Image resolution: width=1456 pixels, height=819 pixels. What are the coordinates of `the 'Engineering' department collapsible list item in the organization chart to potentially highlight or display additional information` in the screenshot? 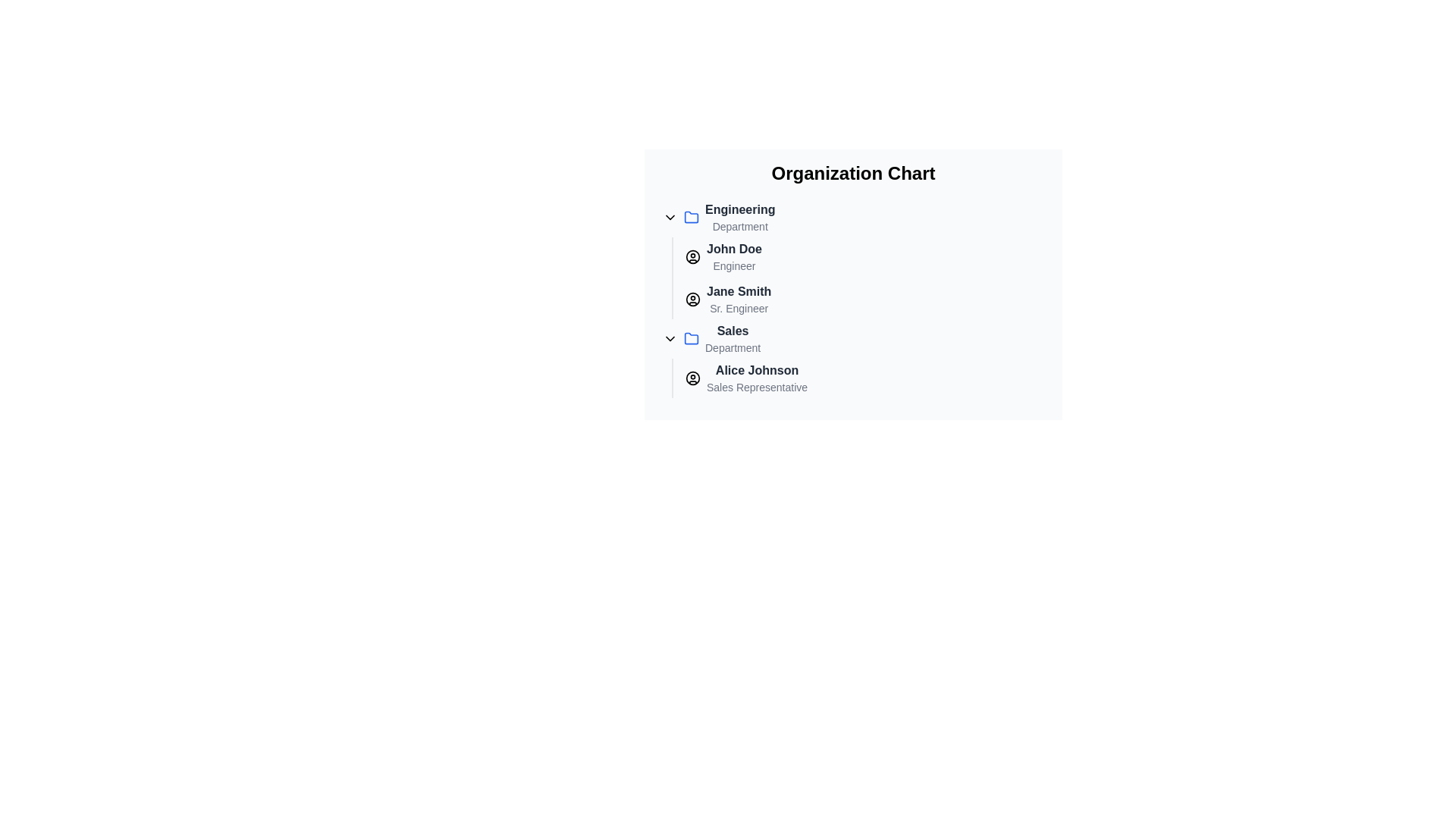 It's located at (853, 217).